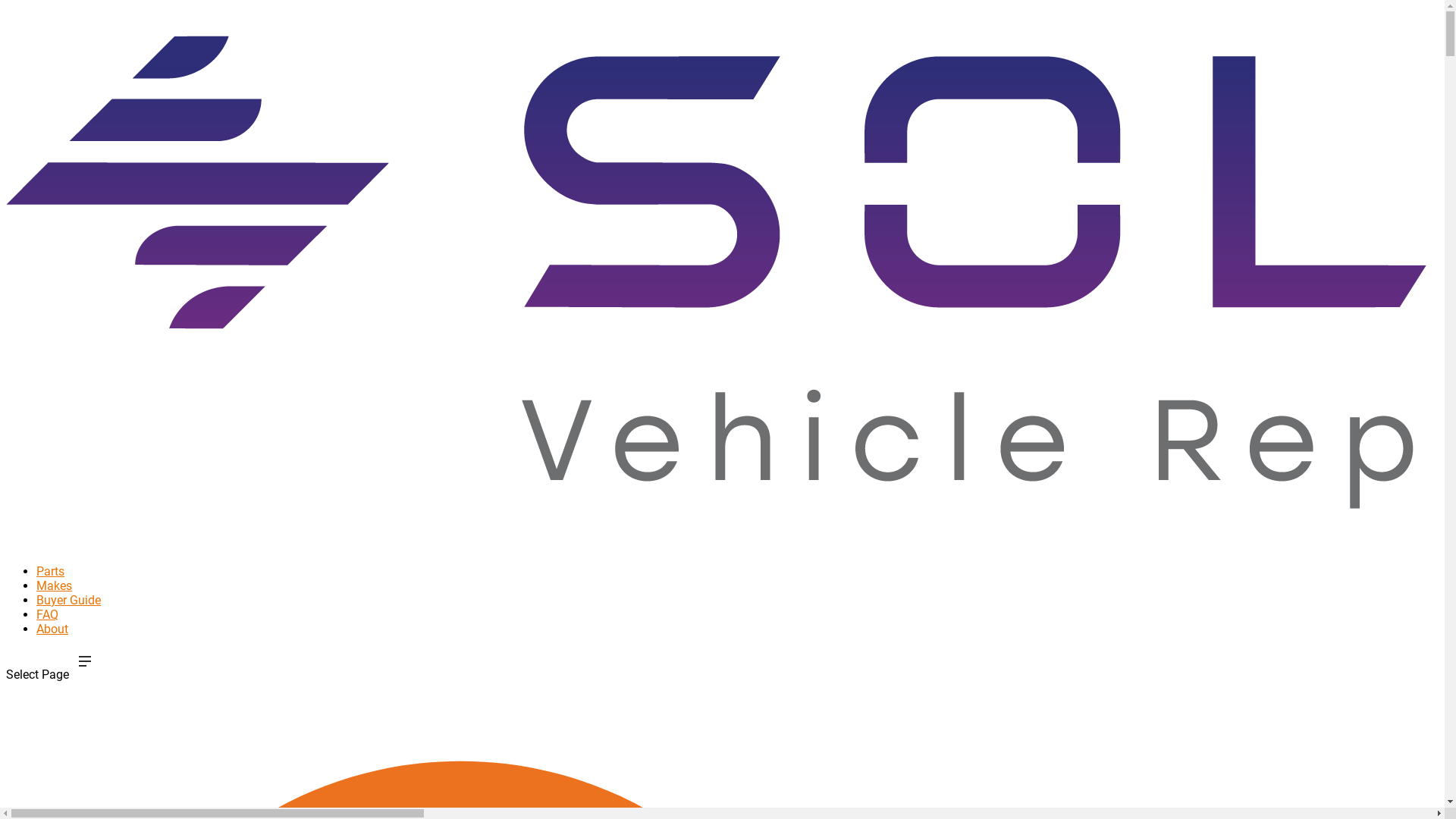 Image resolution: width=1456 pixels, height=819 pixels. What do you see at coordinates (36, 590) in the screenshot?
I see `'Parts'` at bounding box center [36, 590].